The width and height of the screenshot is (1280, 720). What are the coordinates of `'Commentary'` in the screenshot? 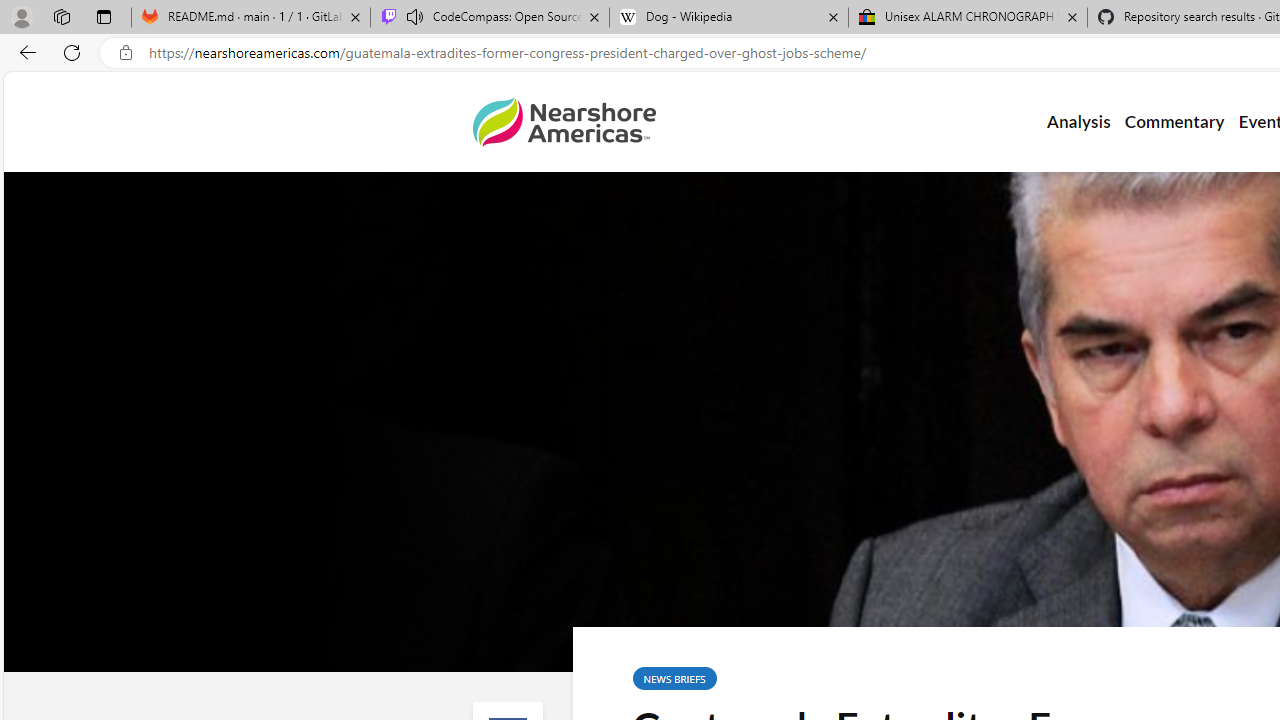 It's located at (1174, 122).